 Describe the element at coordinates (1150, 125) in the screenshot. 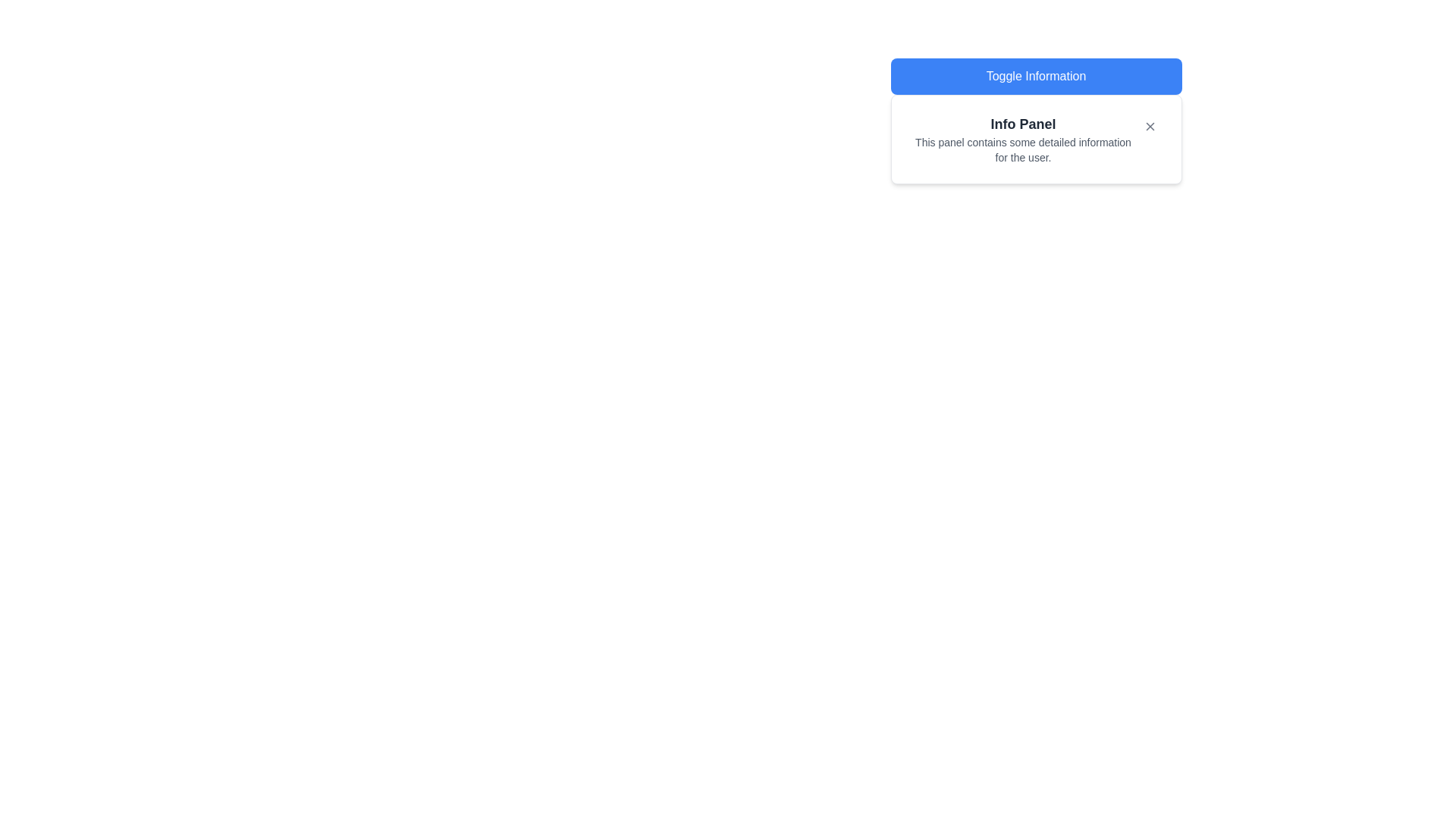

I see `the small, square-shaped 'X' icon in the top-right corner of the 'Info Panel' to change its color and indicate interactivity` at that location.